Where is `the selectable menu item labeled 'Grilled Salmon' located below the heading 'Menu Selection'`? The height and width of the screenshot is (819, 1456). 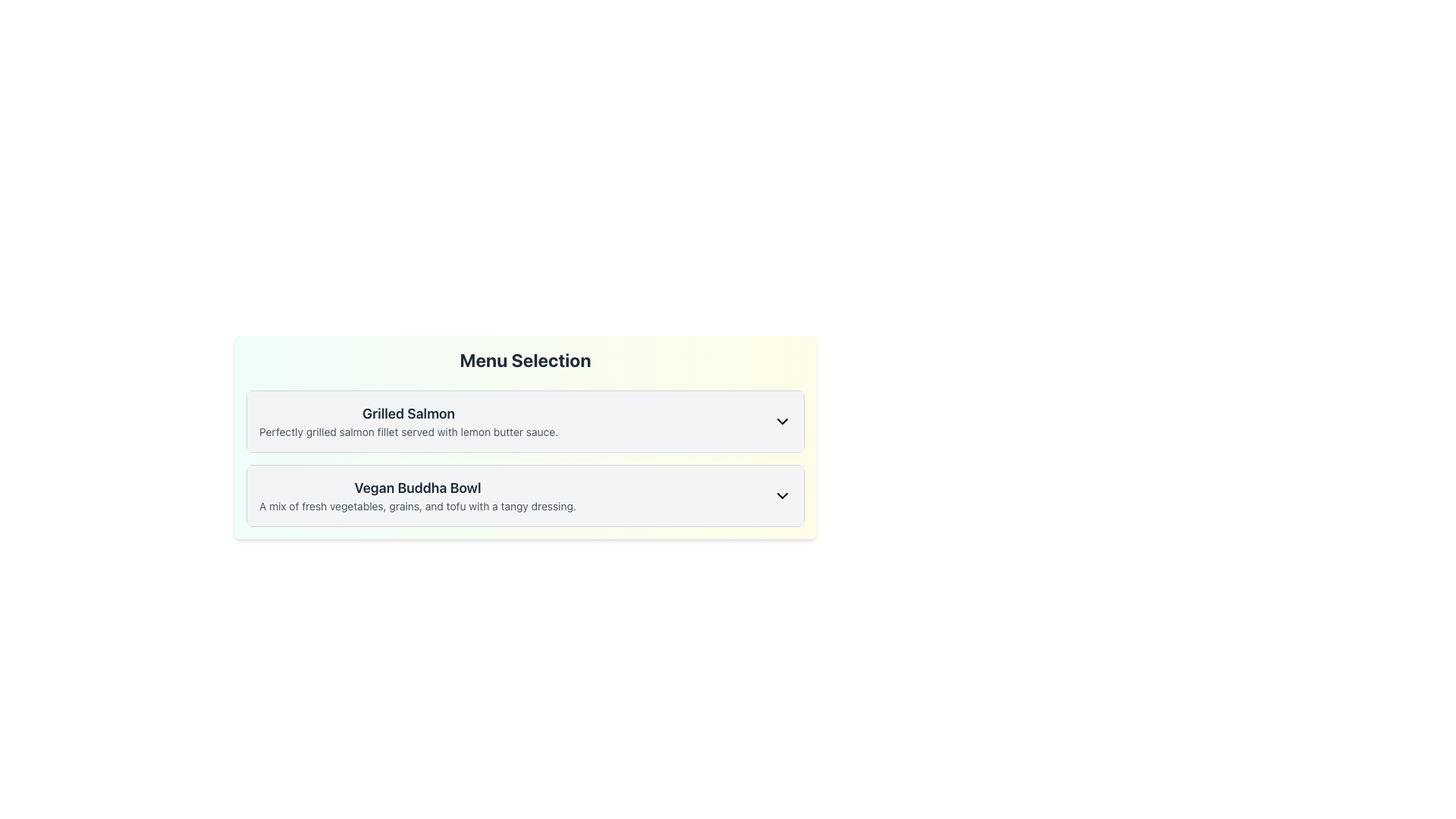 the selectable menu item labeled 'Grilled Salmon' located below the heading 'Menu Selection' is located at coordinates (525, 421).